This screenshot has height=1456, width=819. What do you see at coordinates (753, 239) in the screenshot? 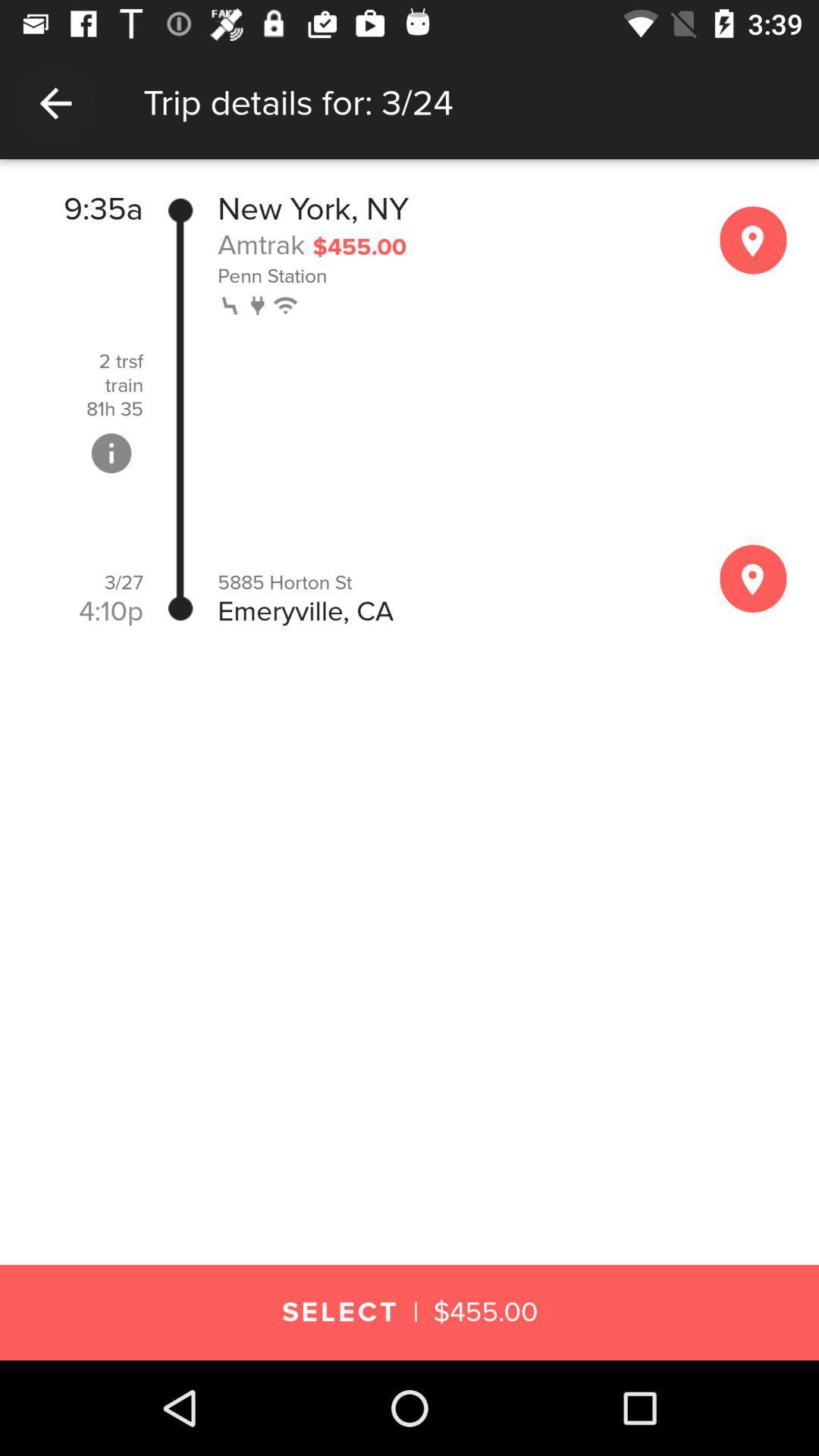
I see `place identity icon` at bounding box center [753, 239].